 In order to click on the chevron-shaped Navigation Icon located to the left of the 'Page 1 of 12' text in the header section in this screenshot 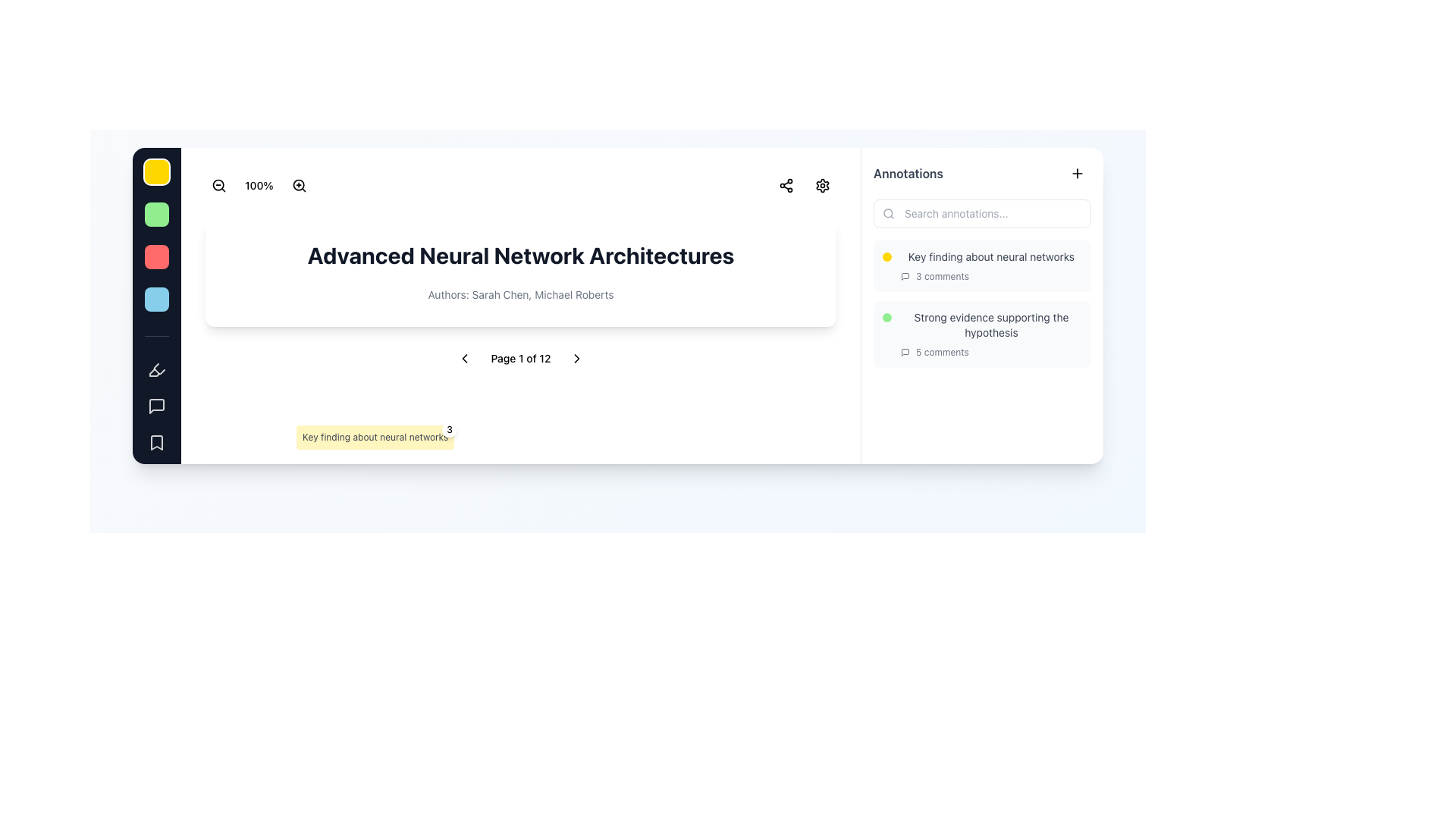, I will do `click(464, 359)`.